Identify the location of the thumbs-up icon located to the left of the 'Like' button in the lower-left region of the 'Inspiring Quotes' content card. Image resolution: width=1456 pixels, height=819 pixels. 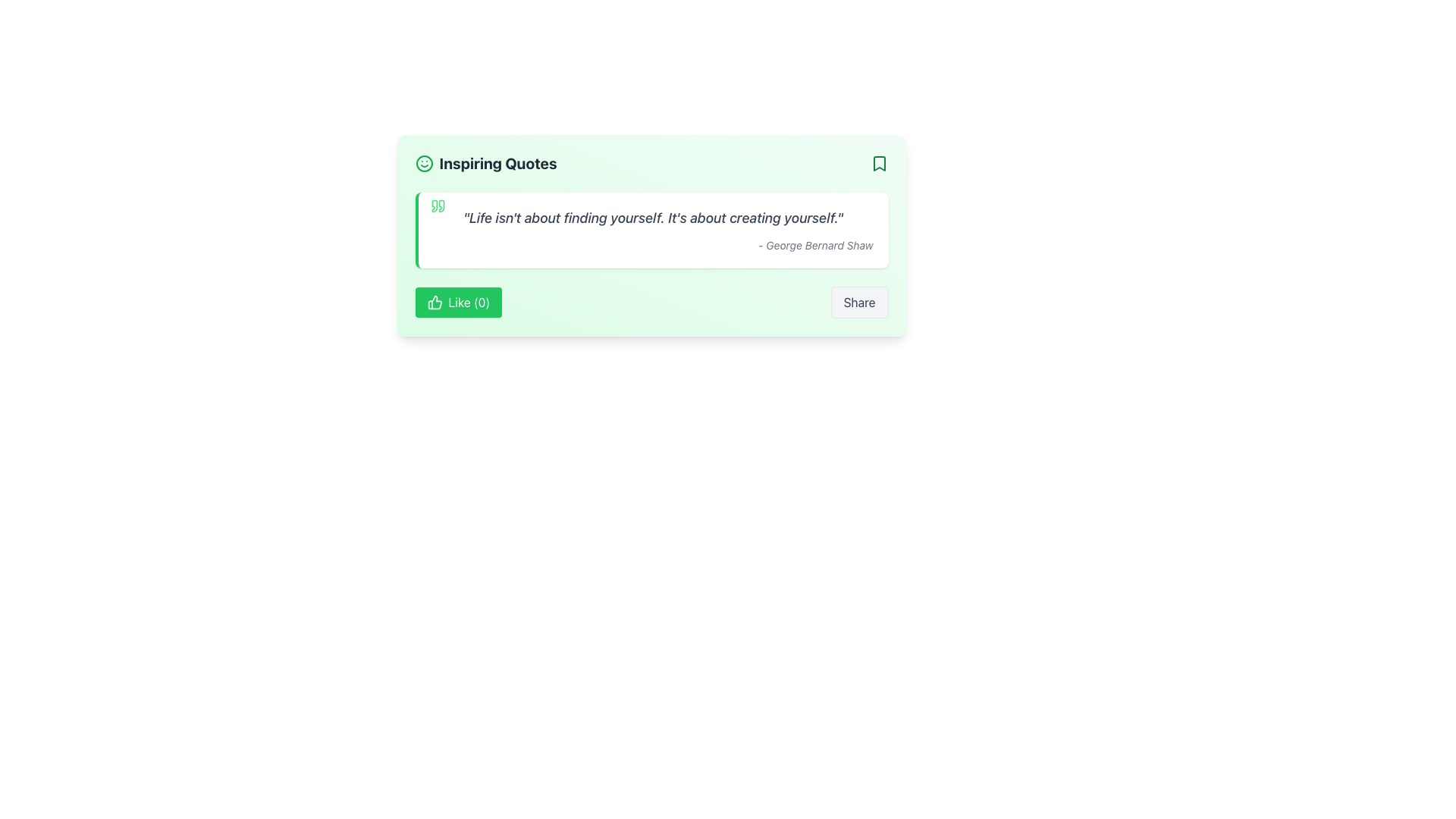
(434, 302).